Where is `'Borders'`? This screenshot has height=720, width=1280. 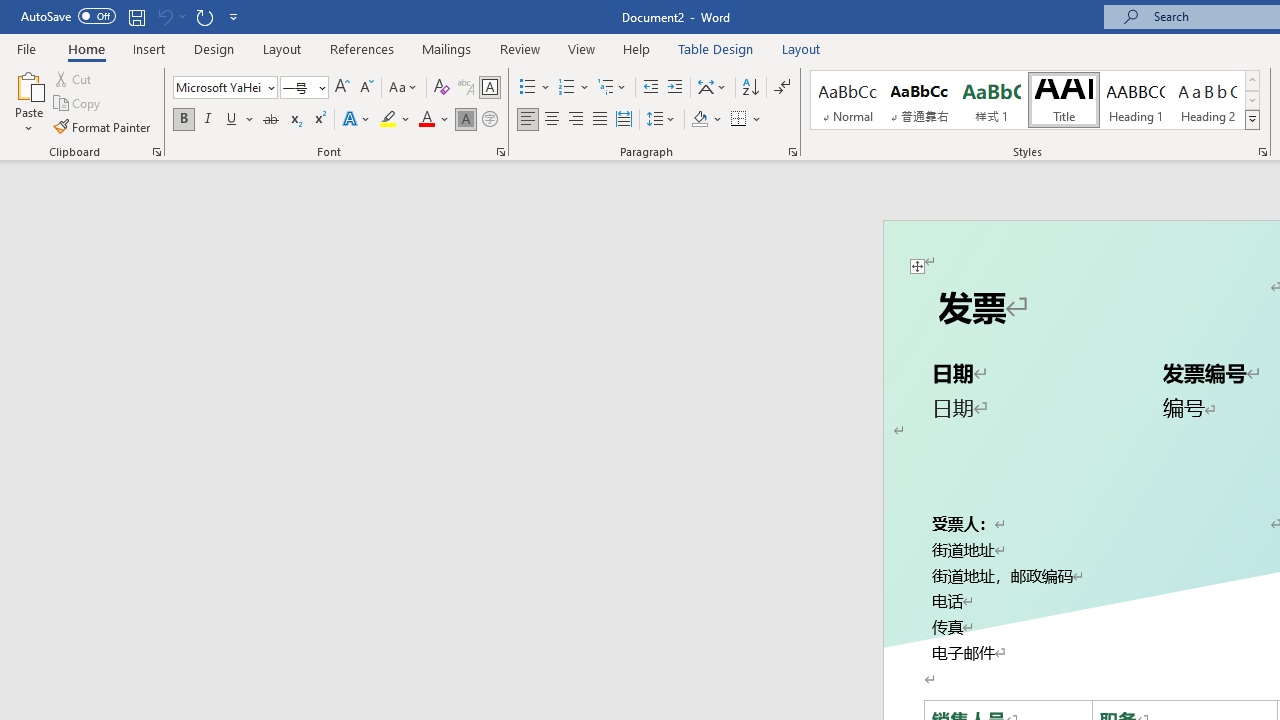 'Borders' is located at coordinates (745, 119).